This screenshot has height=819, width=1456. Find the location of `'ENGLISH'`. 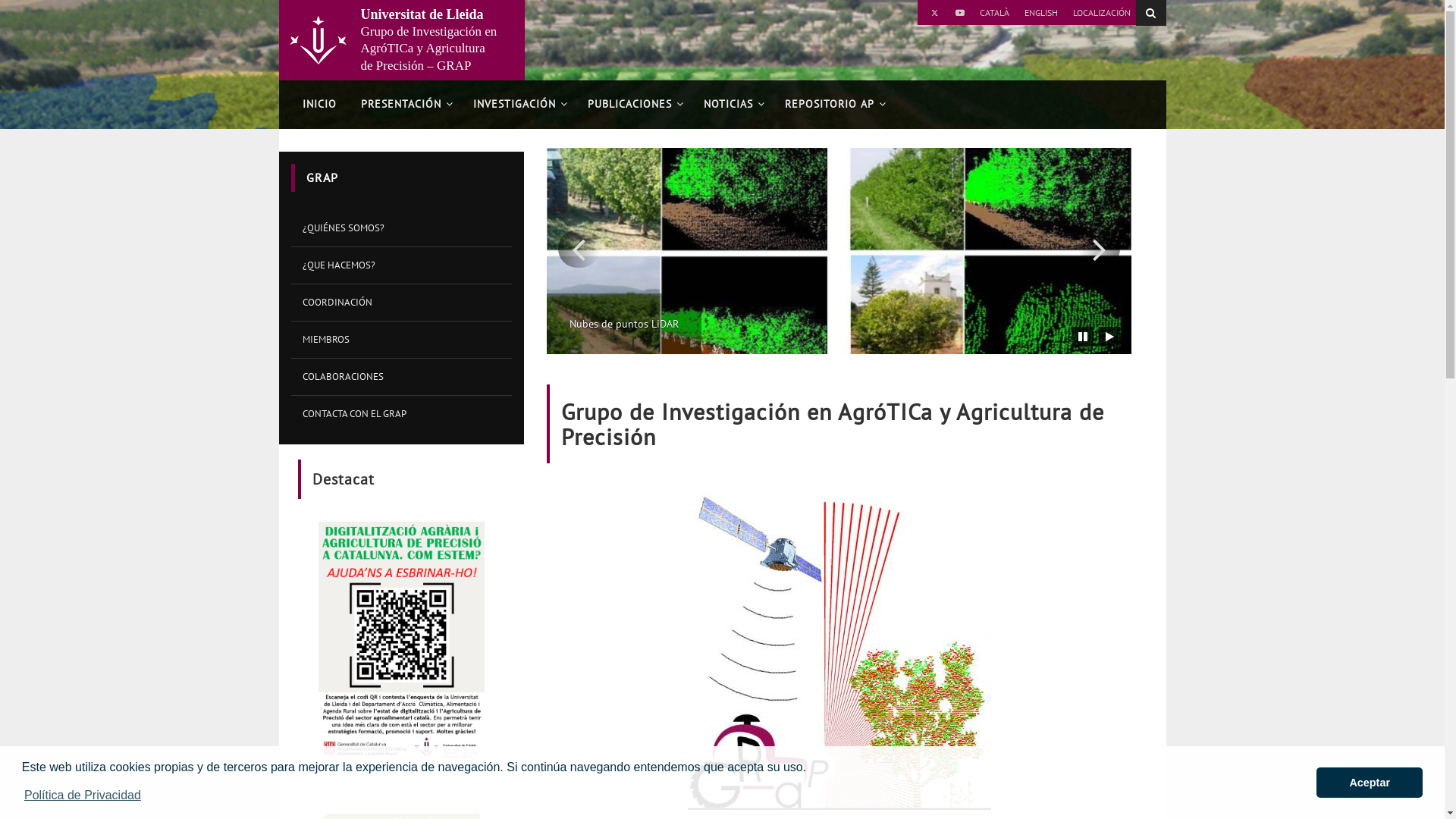

'ENGLISH' is located at coordinates (1018, 12).